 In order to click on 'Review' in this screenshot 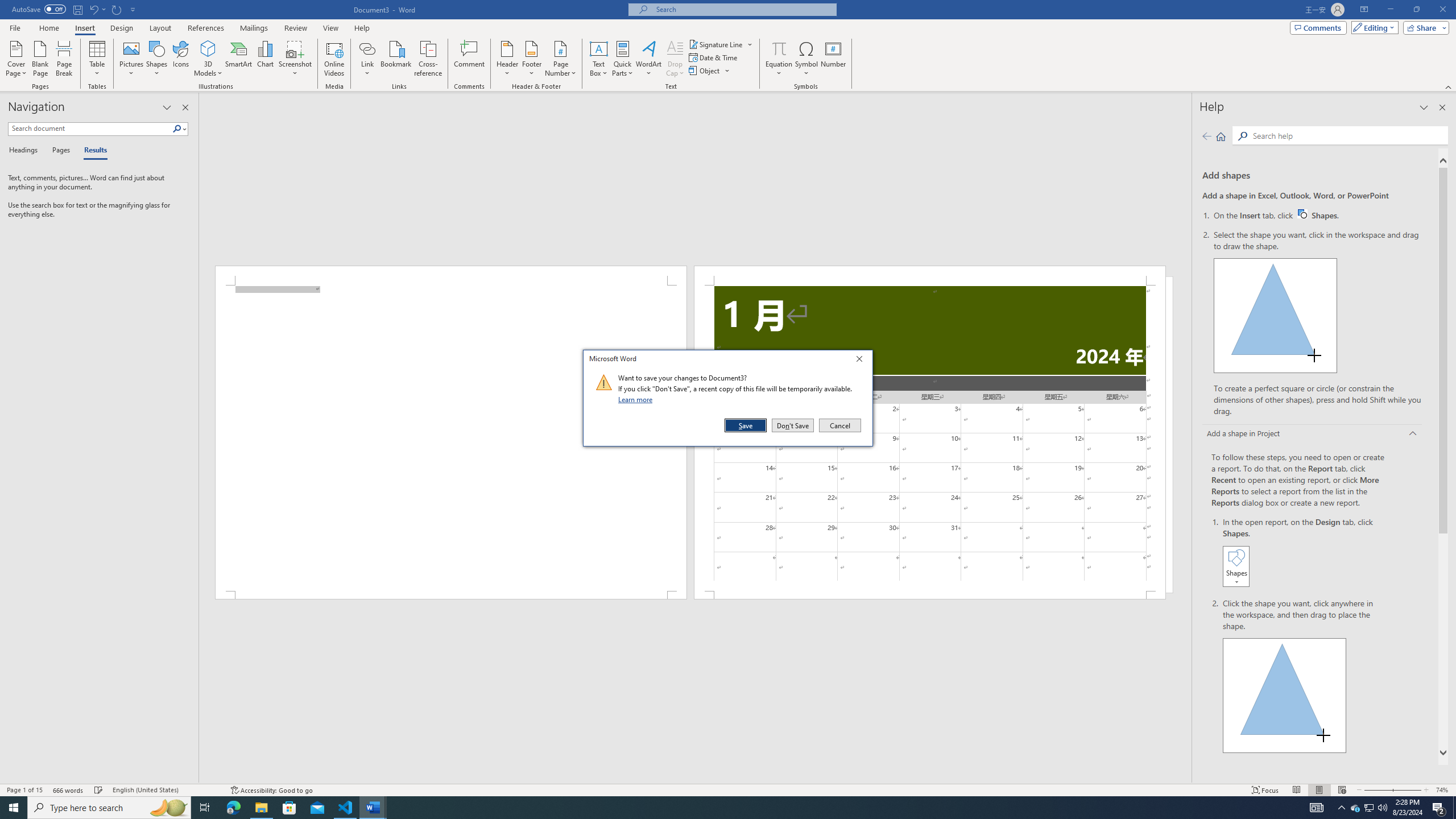, I will do `click(295, 28)`.